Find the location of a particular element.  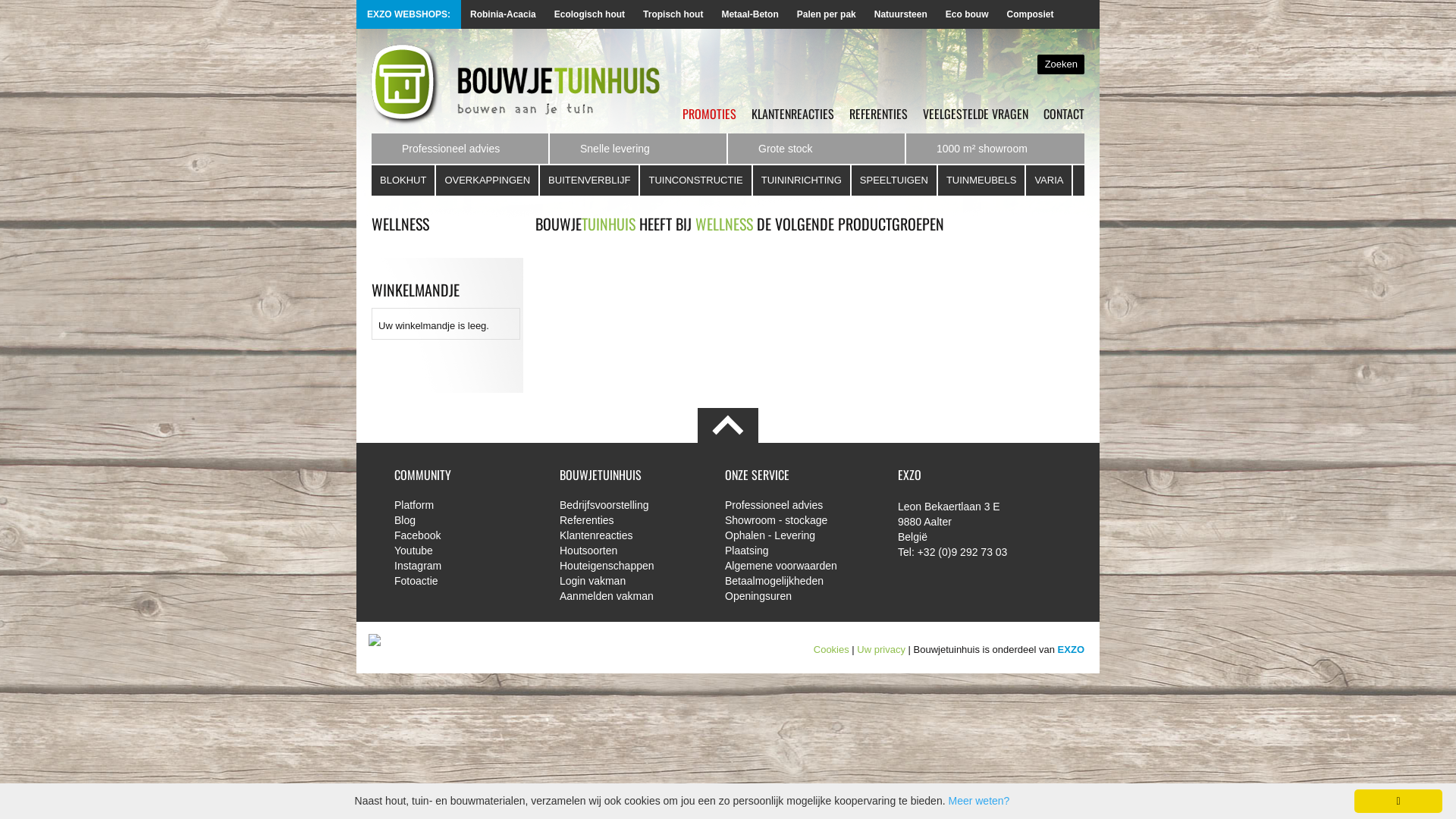

'Facebook' is located at coordinates (465, 534).